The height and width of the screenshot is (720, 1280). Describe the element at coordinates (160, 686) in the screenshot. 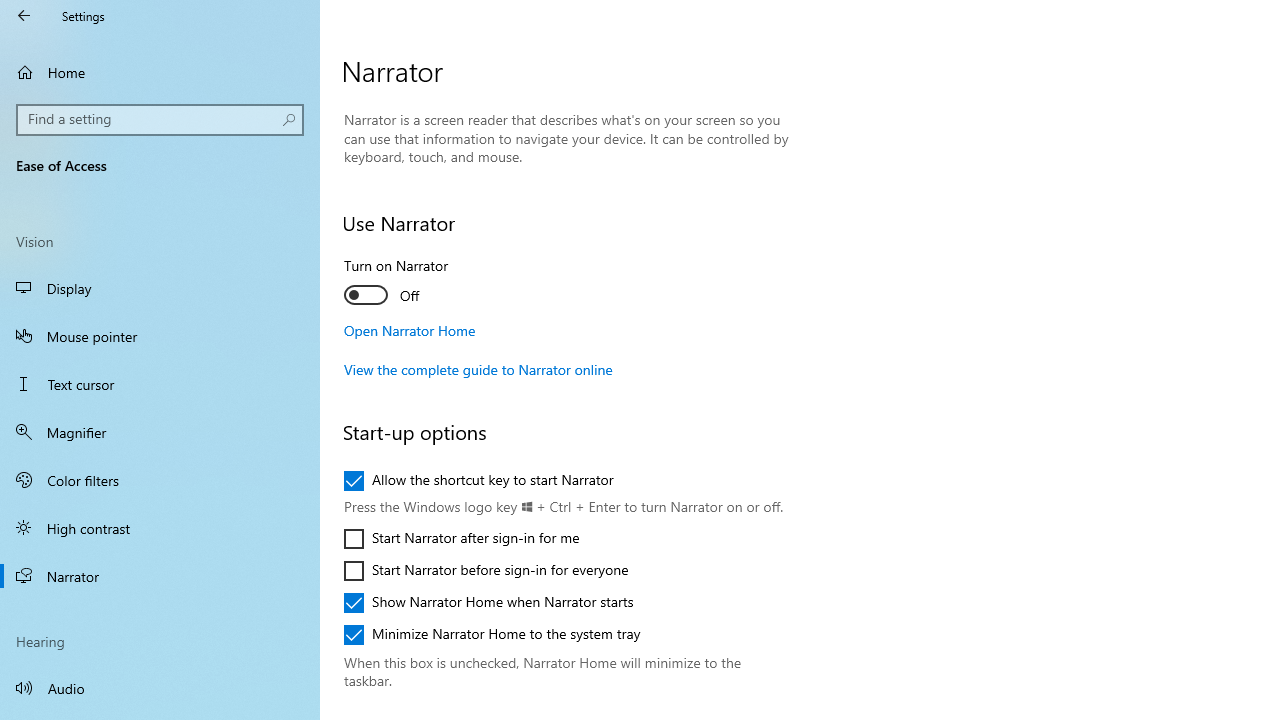

I see `'Audio'` at that location.